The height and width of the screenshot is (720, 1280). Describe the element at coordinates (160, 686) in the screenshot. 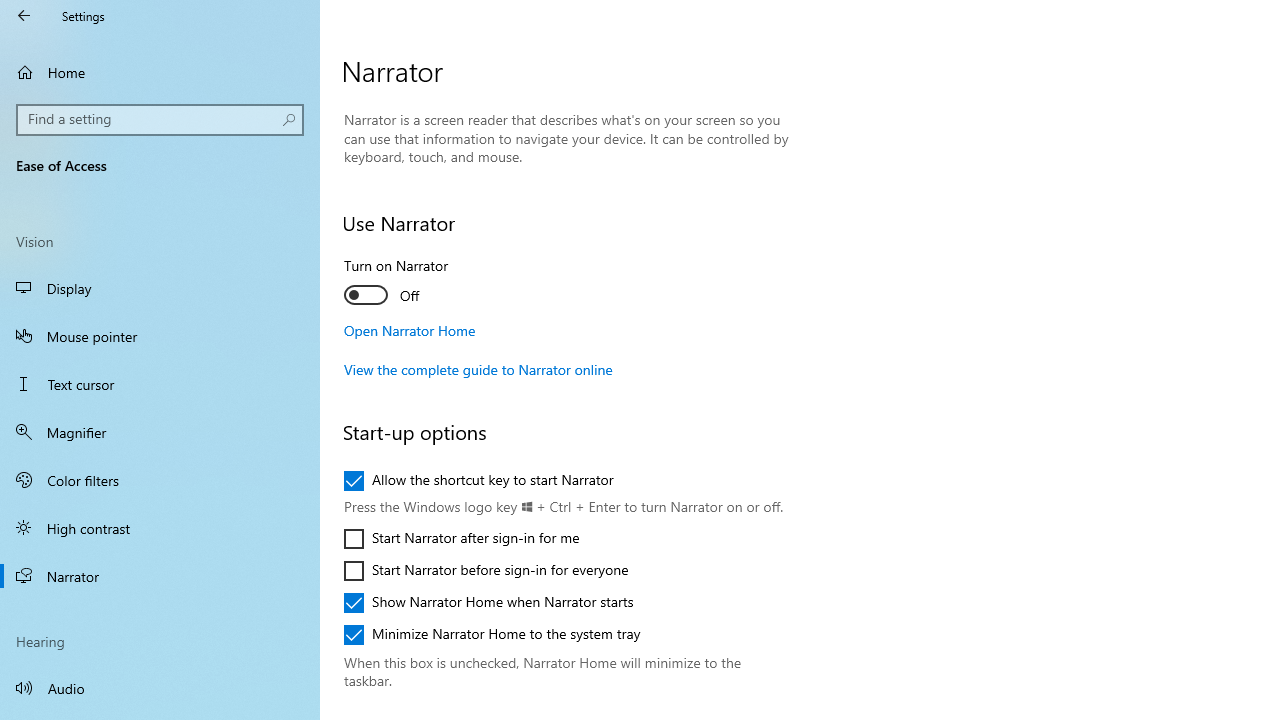

I see `'Audio'` at that location.